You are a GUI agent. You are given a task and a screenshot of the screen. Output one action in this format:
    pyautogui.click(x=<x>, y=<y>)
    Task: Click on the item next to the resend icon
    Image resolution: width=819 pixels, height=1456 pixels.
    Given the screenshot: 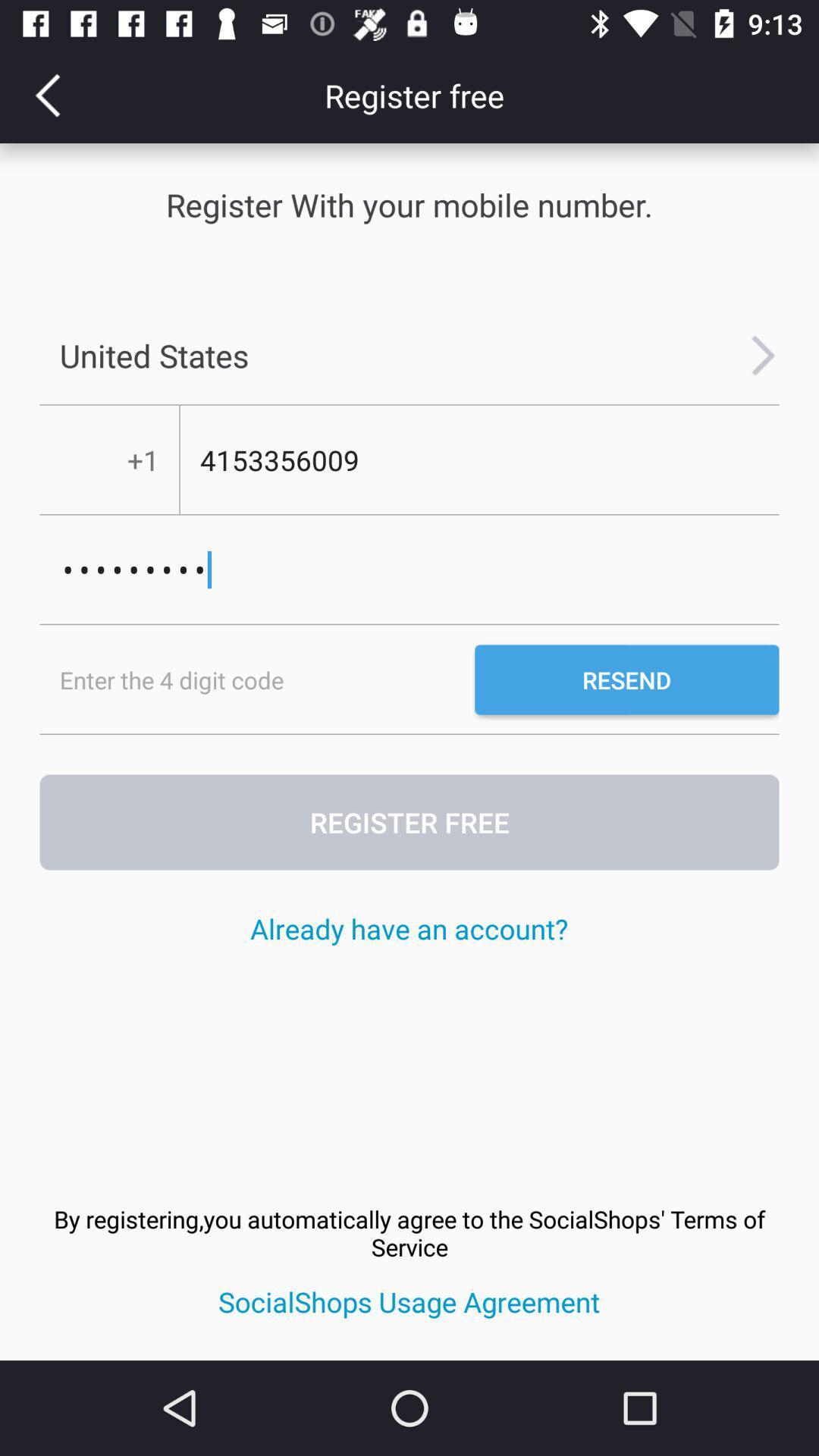 What is the action you would take?
    pyautogui.click(x=256, y=679)
    